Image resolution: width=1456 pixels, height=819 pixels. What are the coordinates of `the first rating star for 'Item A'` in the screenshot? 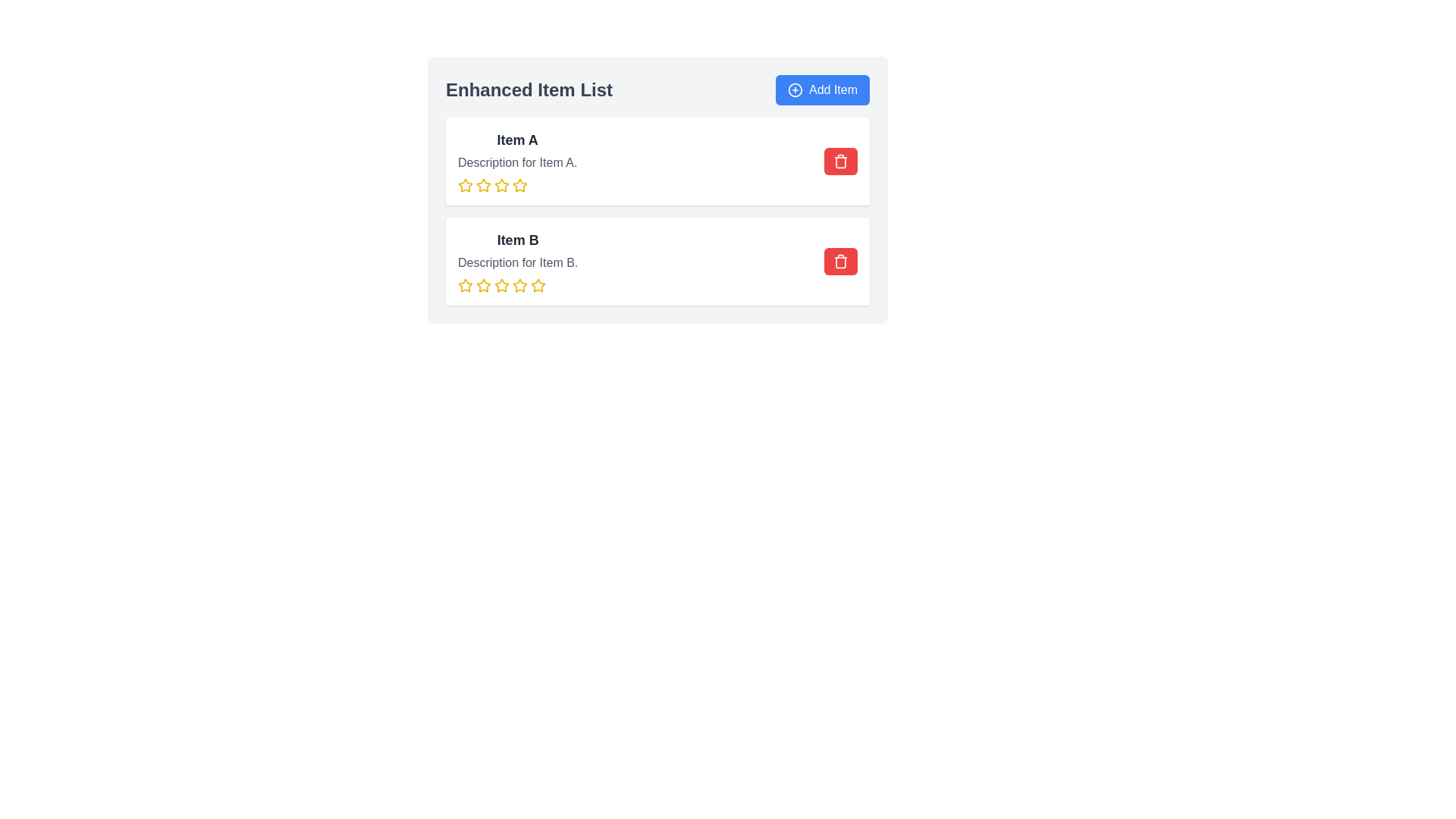 It's located at (465, 185).